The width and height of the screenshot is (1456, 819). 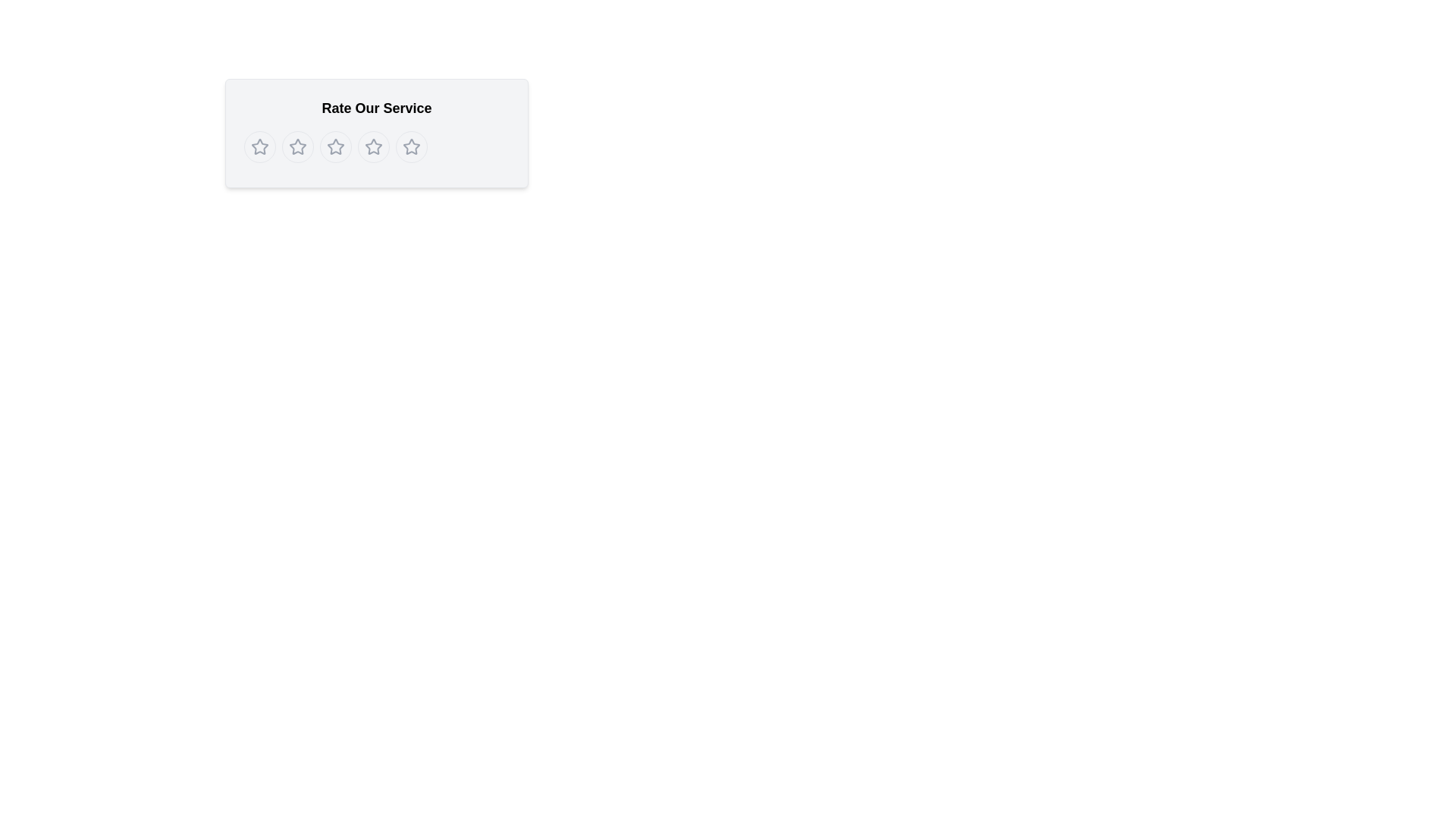 What do you see at coordinates (334, 146) in the screenshot?
I see `the third star icon in the rating interface below the 'Rate Our Service' header` at bounding box center [334, 146].